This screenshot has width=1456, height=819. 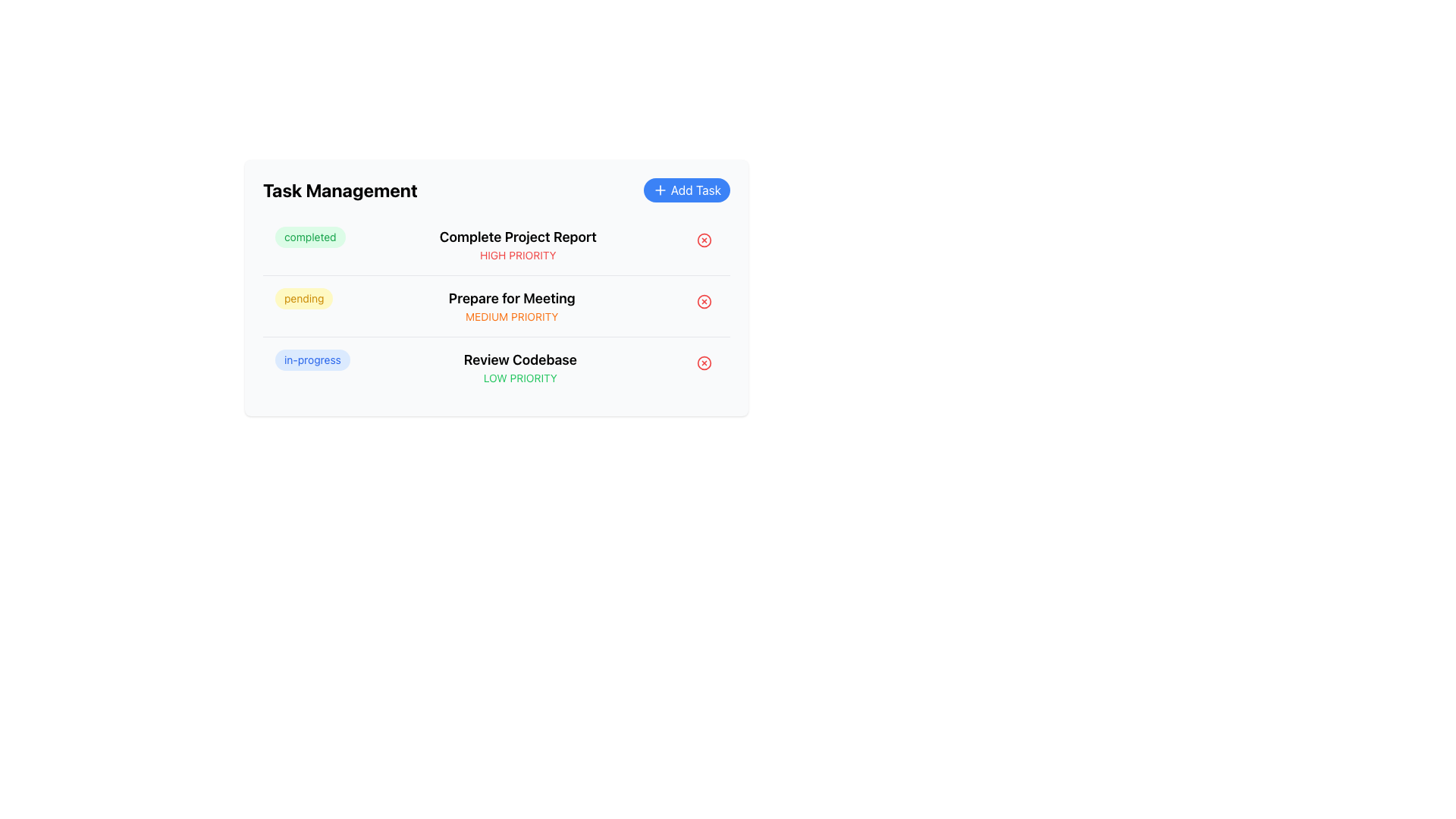 I want to click on the delete button located in the second row of the task list, adjacent to the 'Prepare for Meeting' task and the 'MEDIUM PRIORITY' label, so click(x=704, y=301).